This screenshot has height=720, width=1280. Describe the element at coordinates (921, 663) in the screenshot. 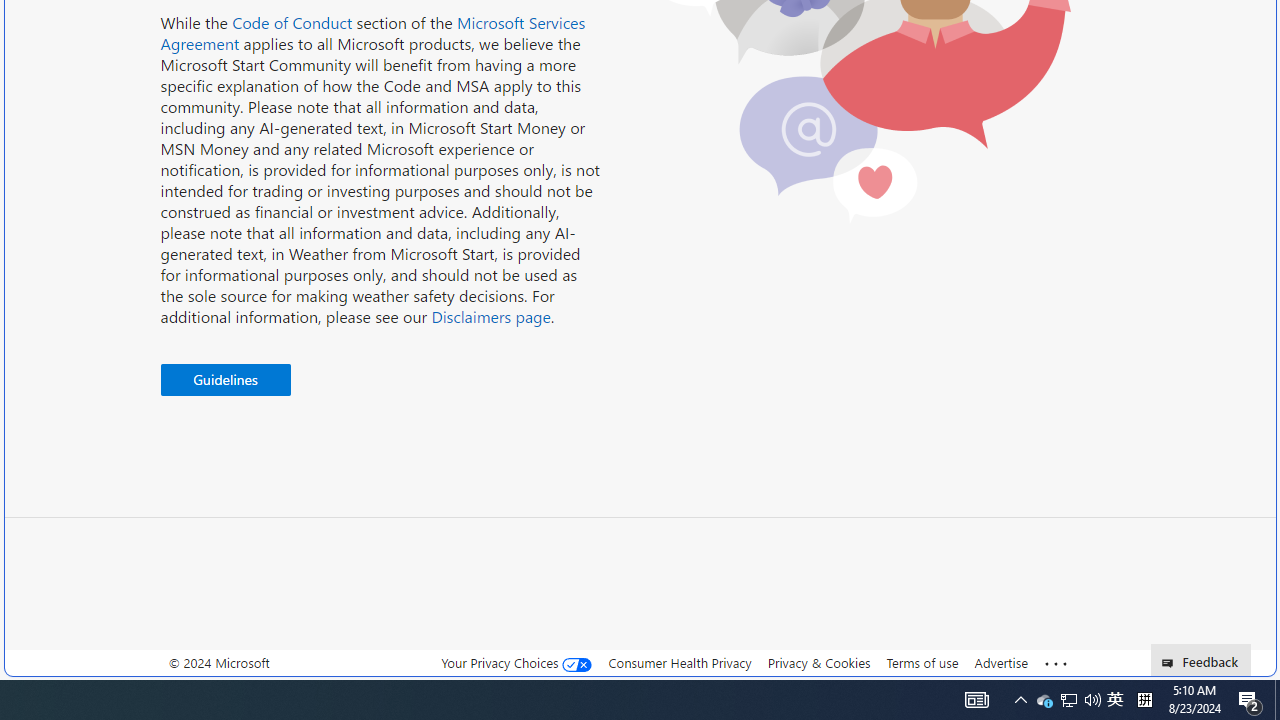

I see `'Terms of use'` at that location.